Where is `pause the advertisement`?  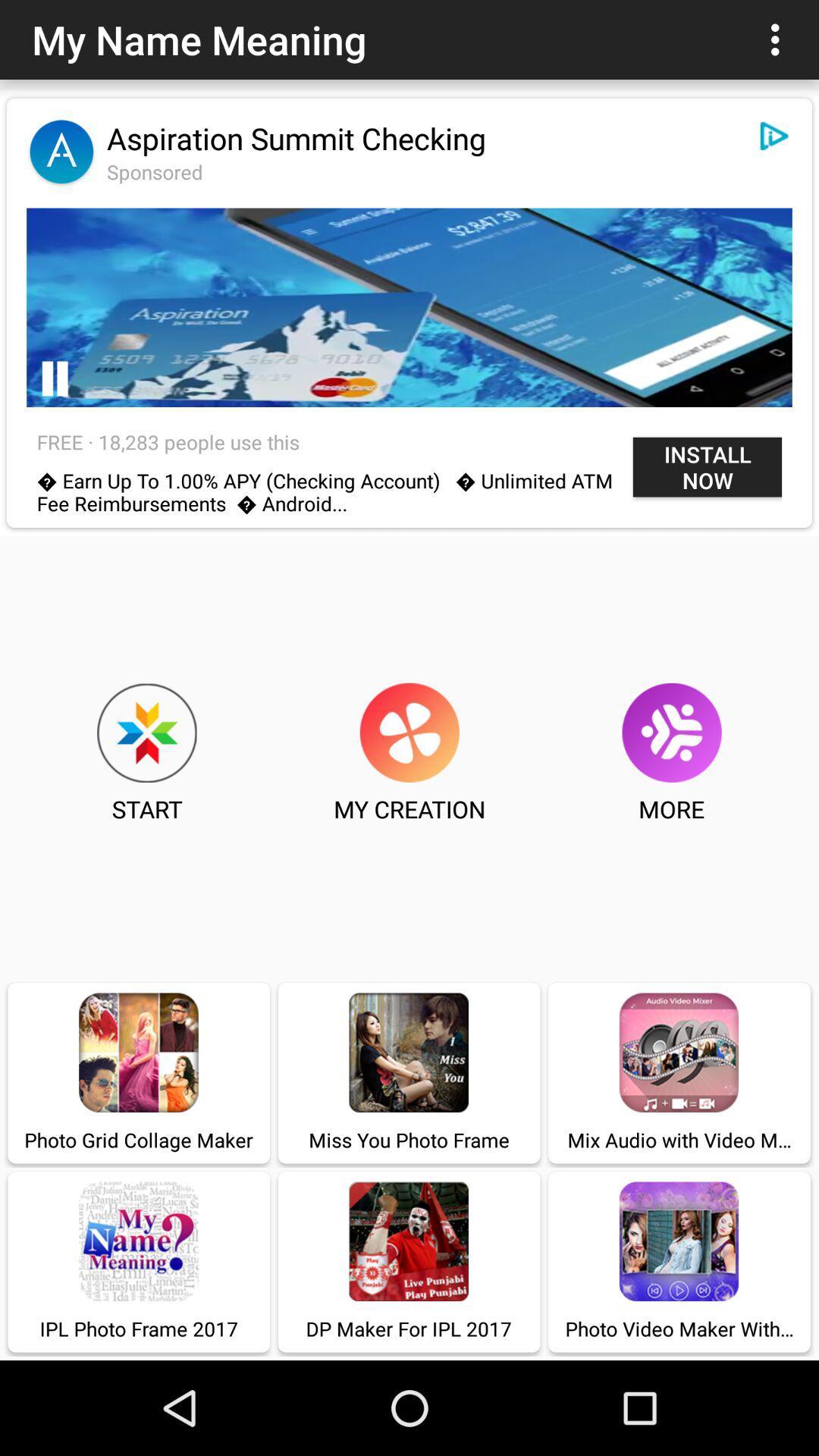 pause the advertisement is located at coordinates (54, 378).